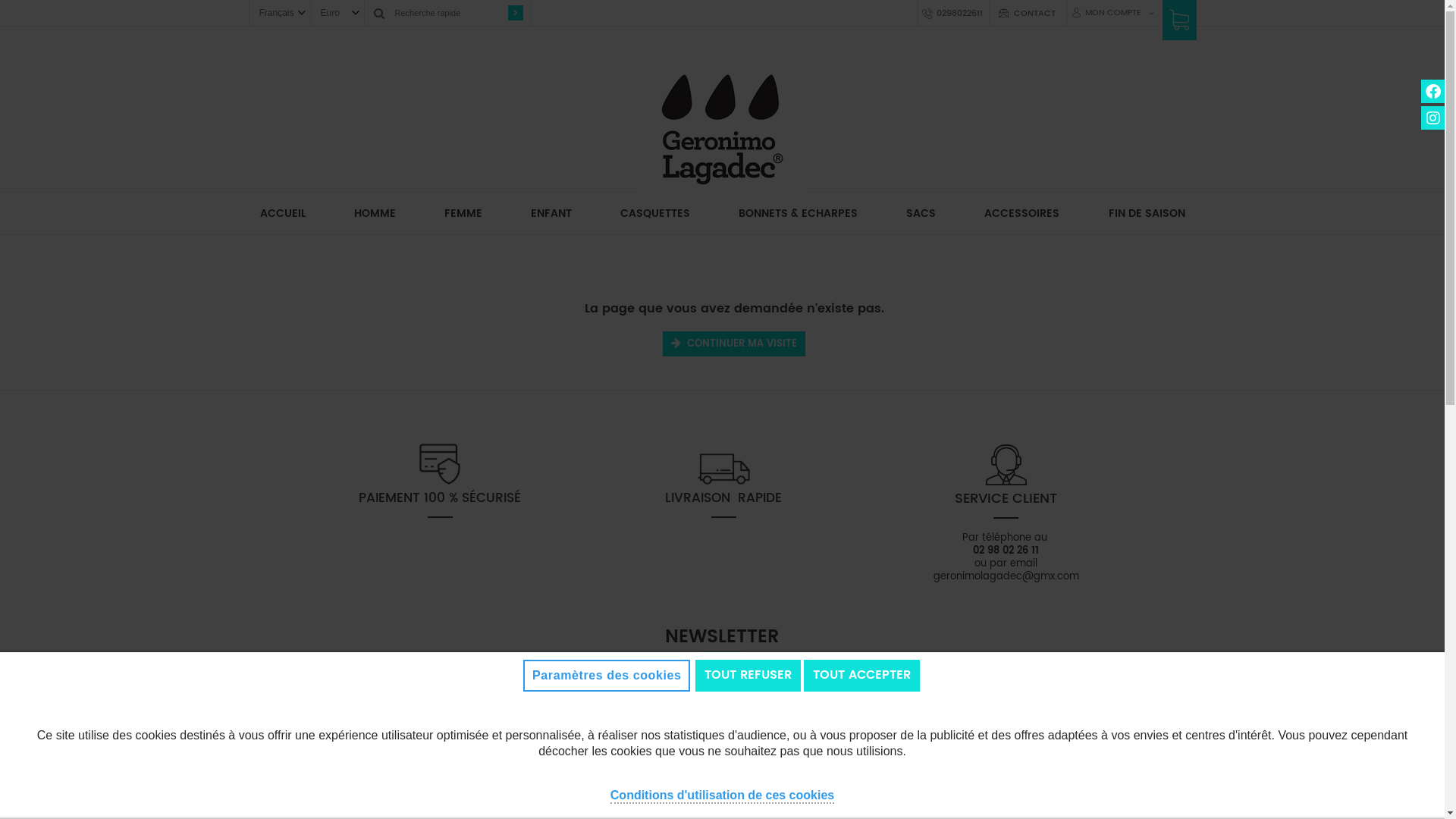 The height and width of the screenshot is (819, 1456). Describe the element at coordinates (734, 344) in the screenshot. I see `'CONTINUER MA VISITE'` at that location.